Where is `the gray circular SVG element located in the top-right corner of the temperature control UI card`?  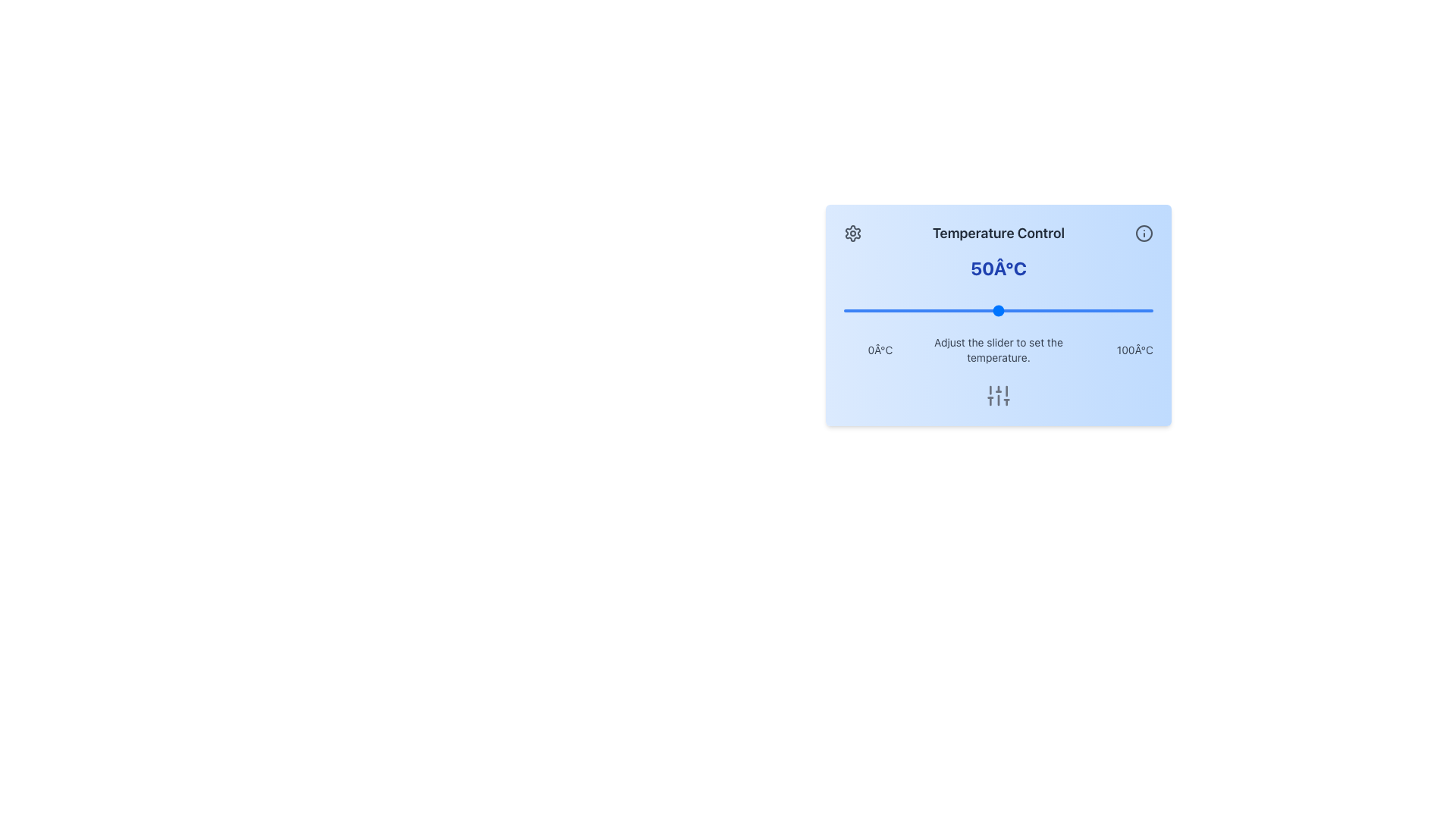
the gray circular SVG element located in the top-right corner of the temperature control UI card is located at coordinates (1144, 234).